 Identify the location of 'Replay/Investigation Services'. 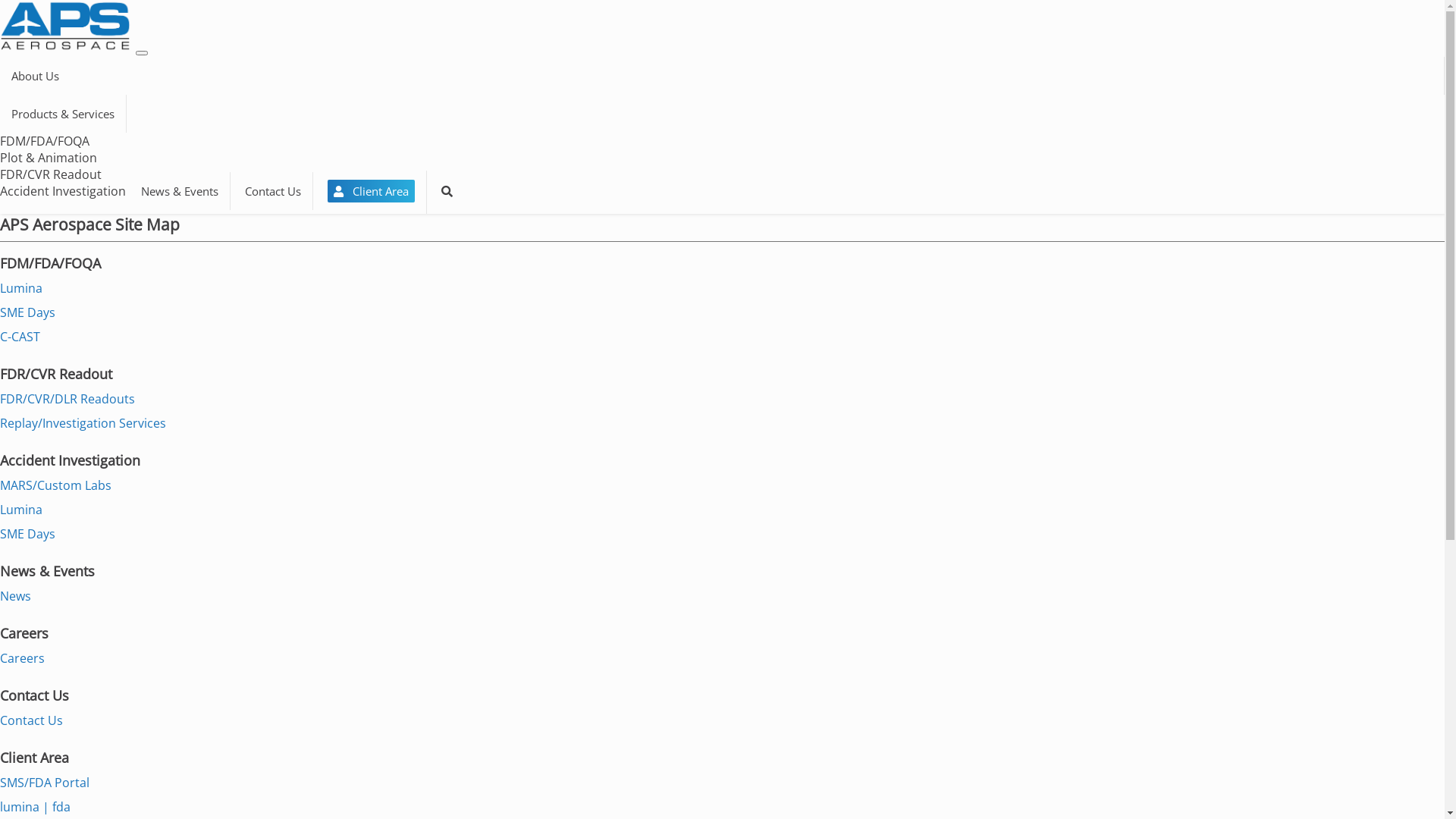
(82, 423).